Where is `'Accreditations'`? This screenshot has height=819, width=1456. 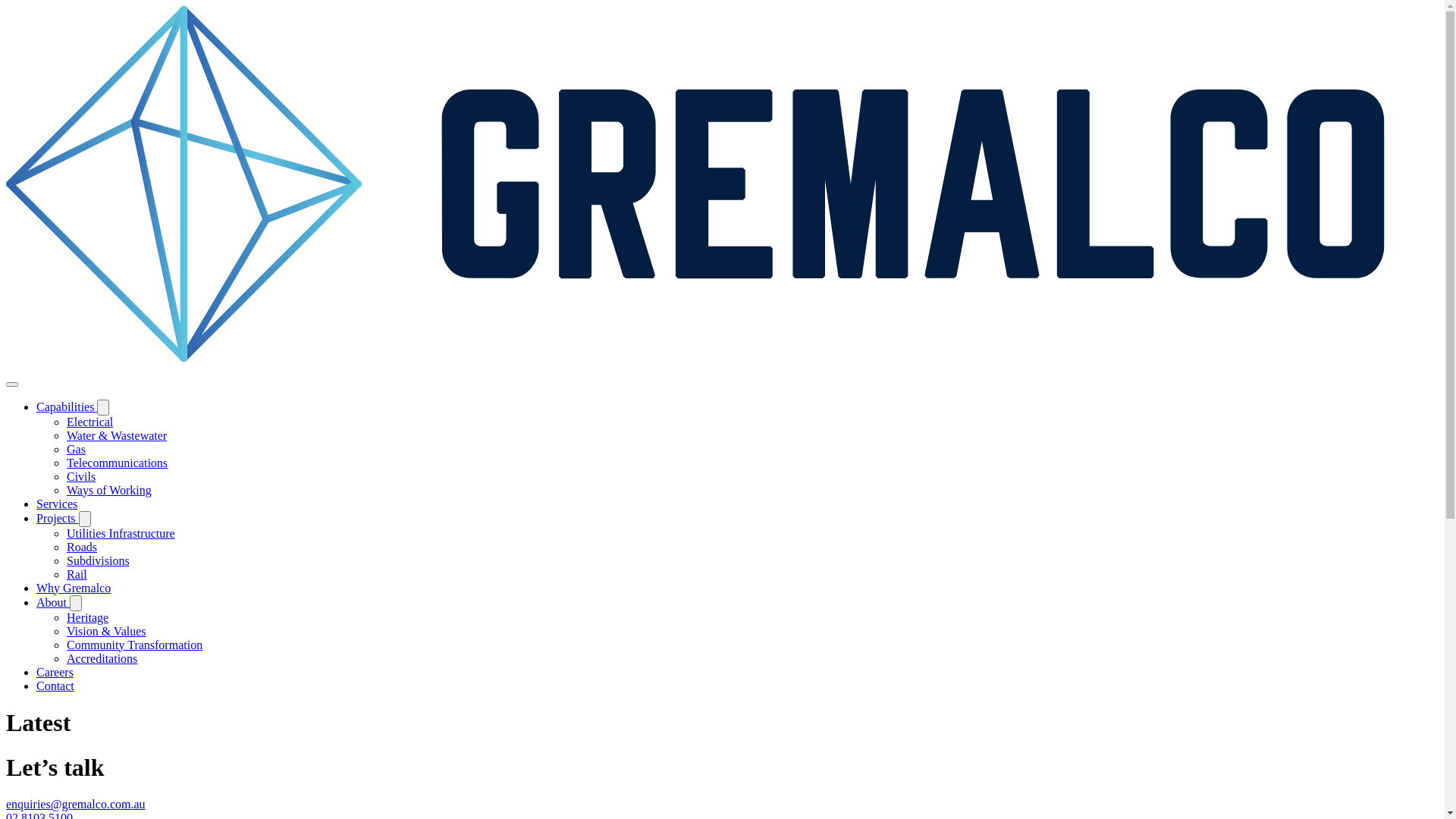
'Accreditations' is located at coordinates (101, 657).